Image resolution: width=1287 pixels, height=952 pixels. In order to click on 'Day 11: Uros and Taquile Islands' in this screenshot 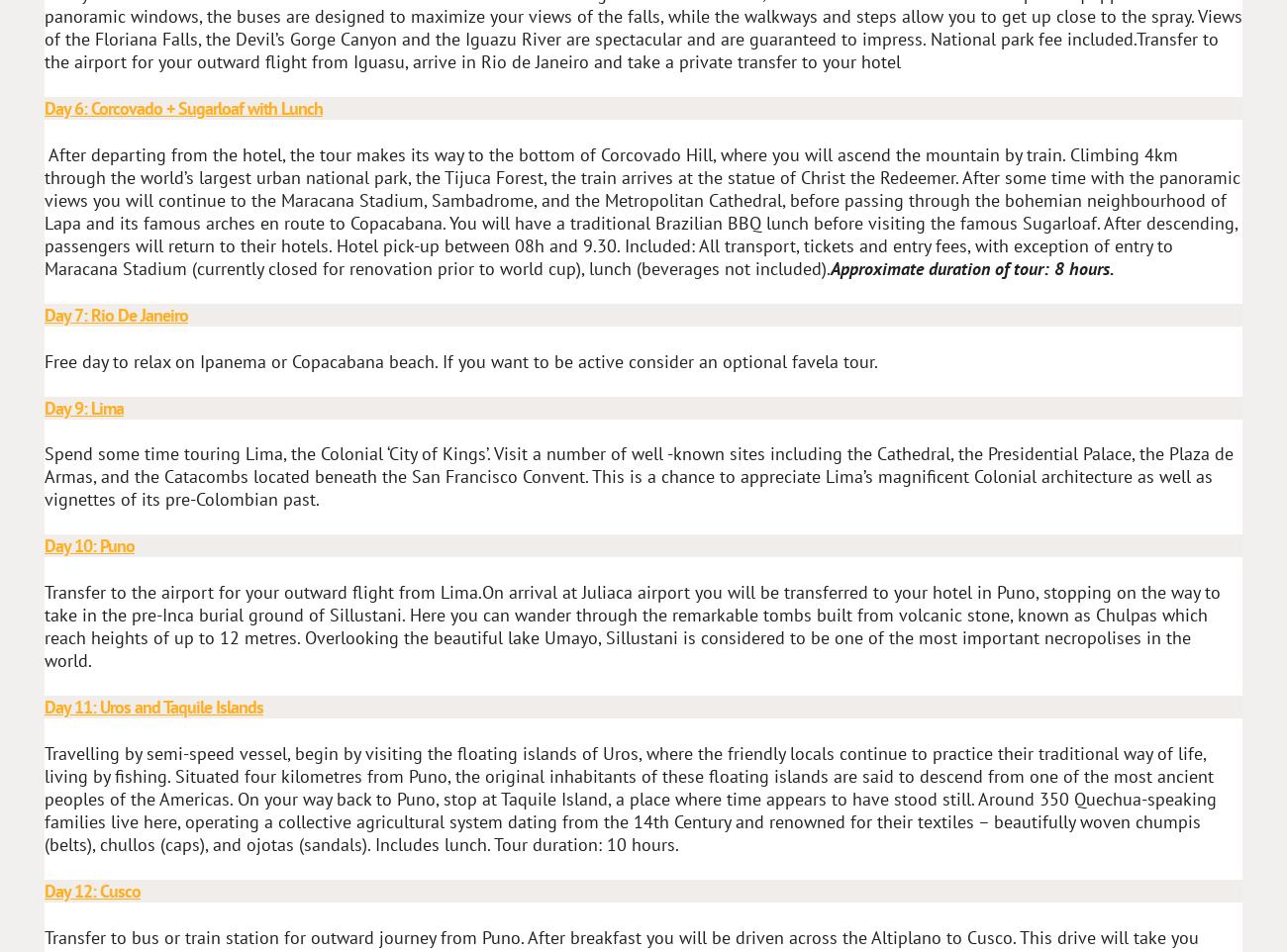, I will do `click(152, 706)`.